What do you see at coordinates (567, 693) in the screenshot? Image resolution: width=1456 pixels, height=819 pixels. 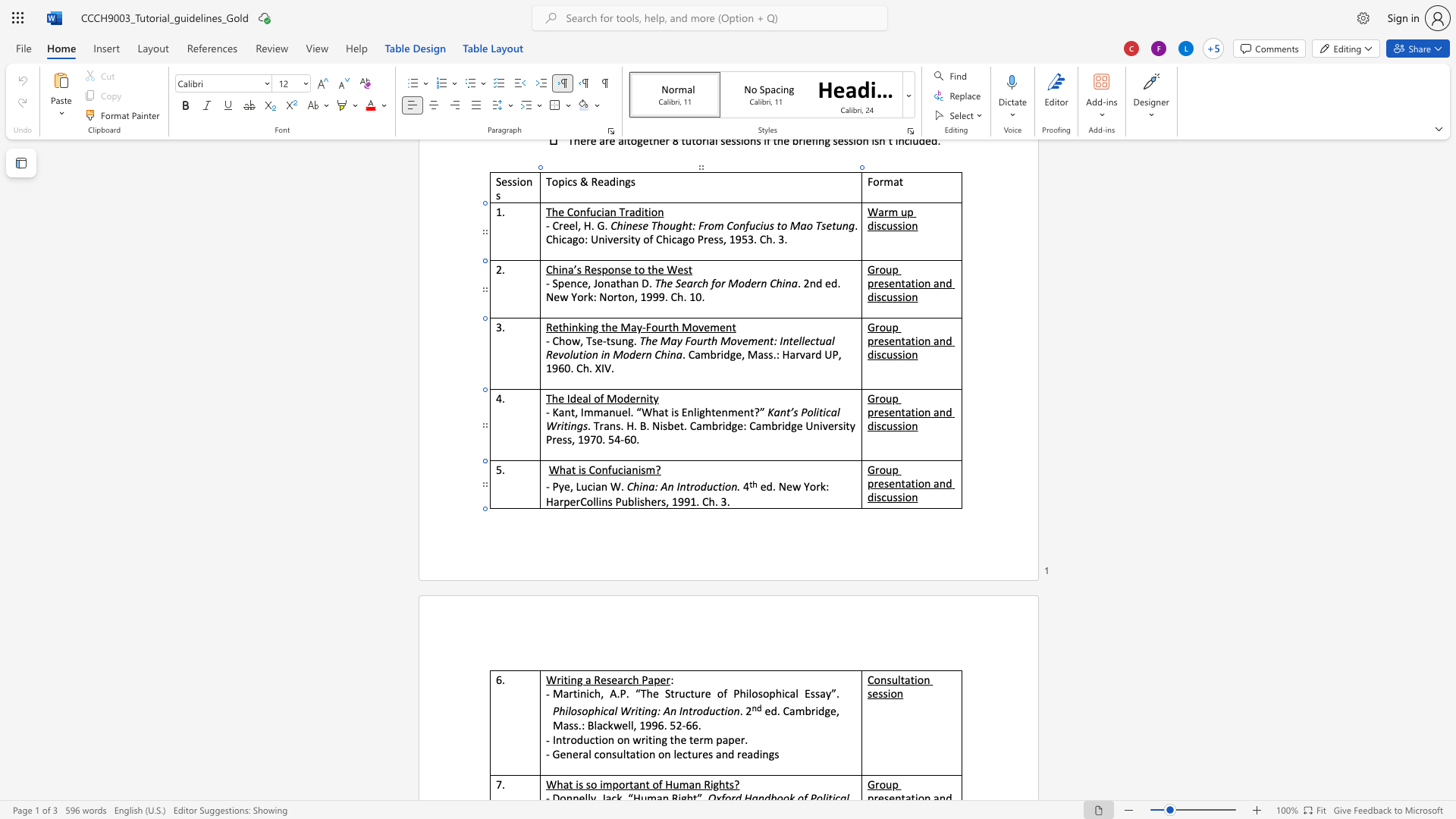 I see `the space between the continuous character "a" and "r" in the text` at bounding box center [567, 693].